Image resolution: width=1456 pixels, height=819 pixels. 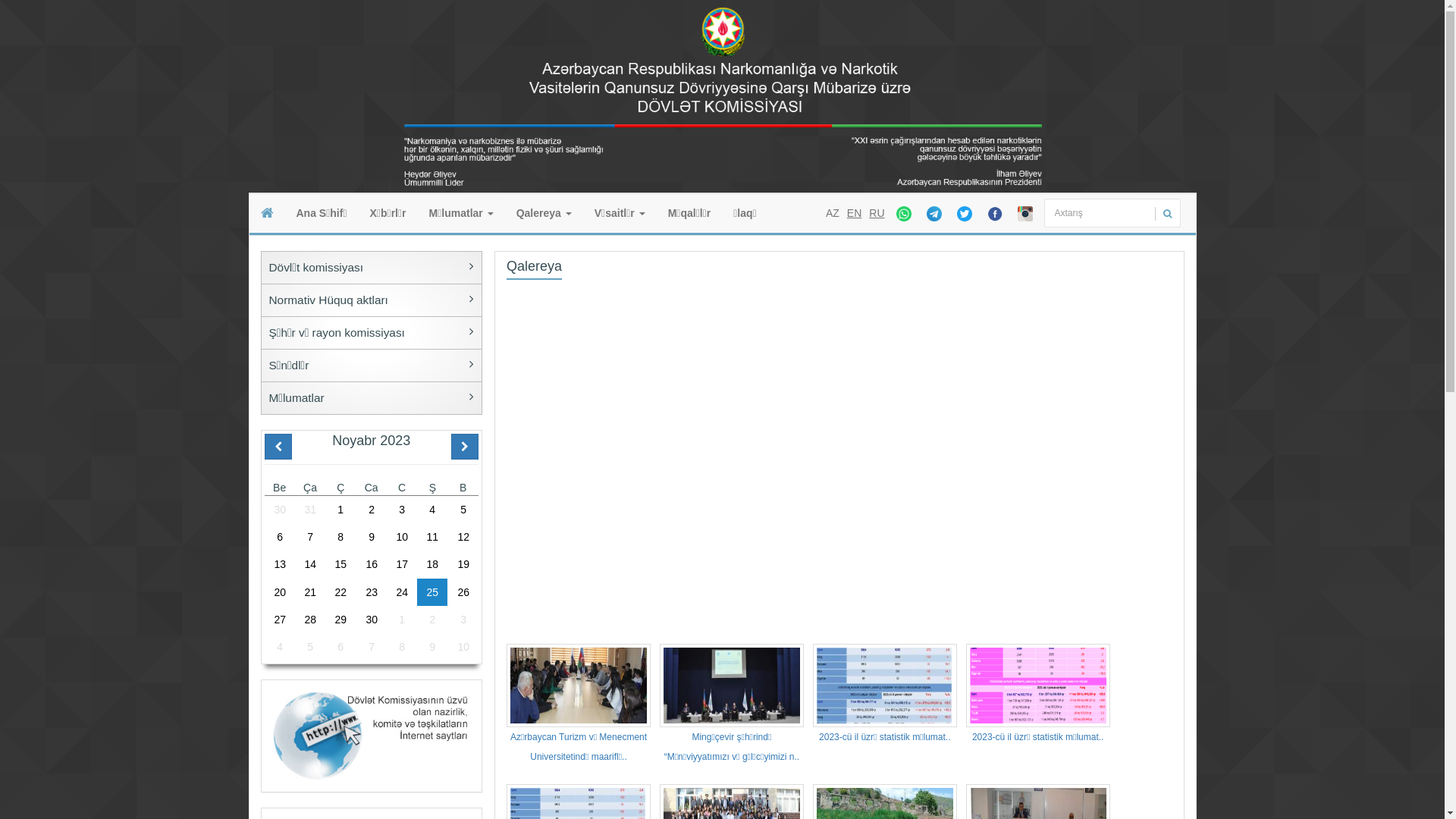 What do you see at coordinates (832, 213) in the screenshot?
I see `'AZ'` at bounding box center [832, 213].